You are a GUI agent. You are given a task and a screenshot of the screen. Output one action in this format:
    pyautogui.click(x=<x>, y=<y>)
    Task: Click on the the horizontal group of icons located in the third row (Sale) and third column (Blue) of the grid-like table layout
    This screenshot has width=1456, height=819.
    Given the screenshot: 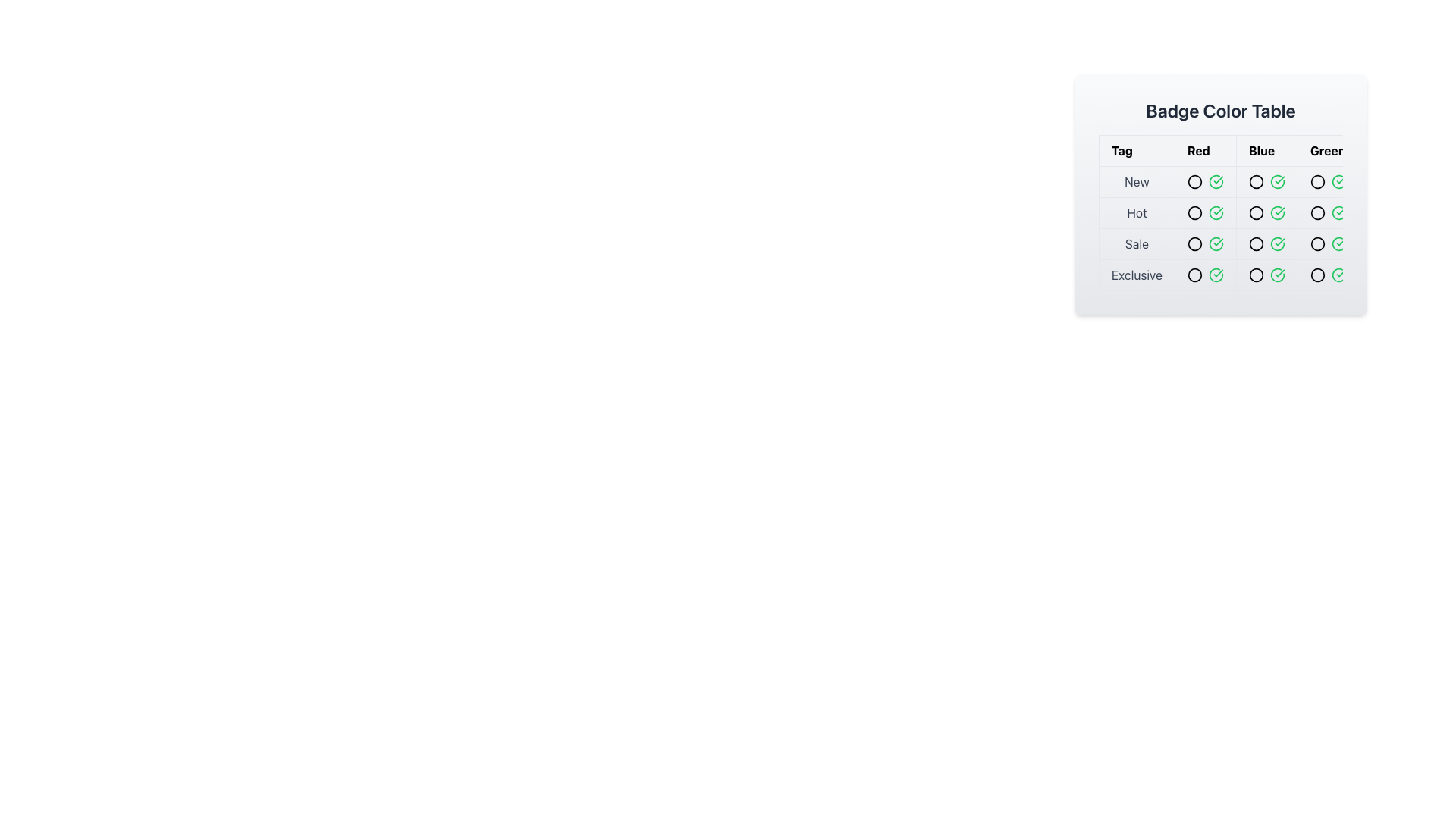 What is the action you would take?
    pyautogui.click(x=1266, y=243)
    